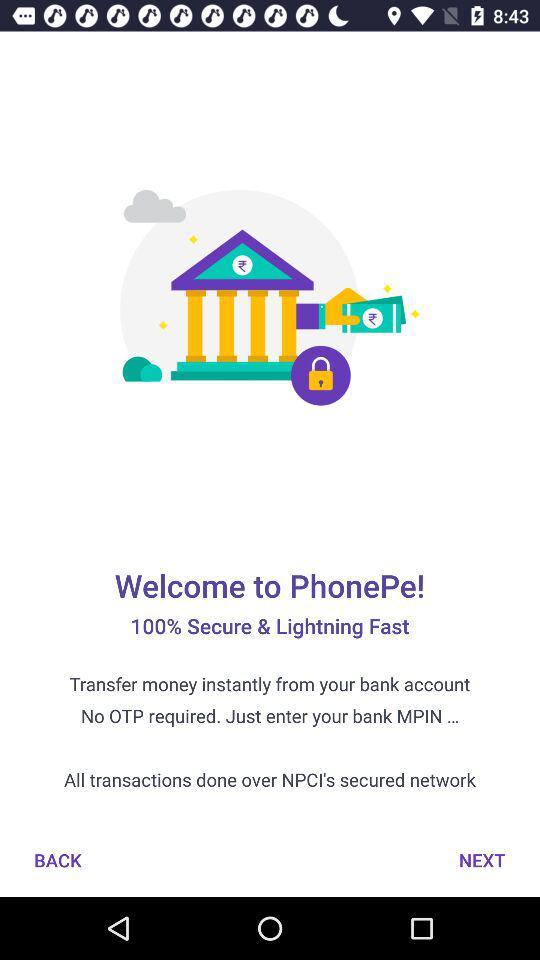  What do you see at coordinates (57, 859) in the screenshot?
I see `back item` at bounding box center [57, 859].